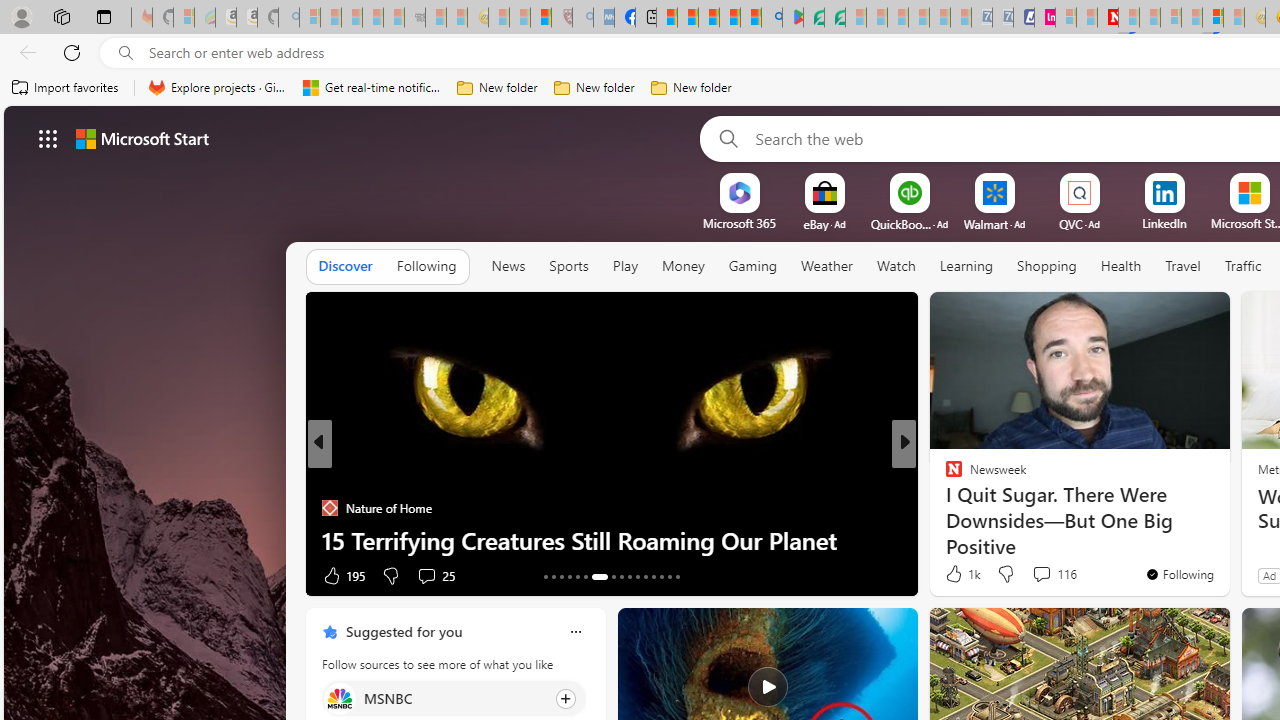  What do you see at coordinates (677, 577) in the screenshot?
I see `'AutomationID: tab-42'` at bounding box center [677, 577].